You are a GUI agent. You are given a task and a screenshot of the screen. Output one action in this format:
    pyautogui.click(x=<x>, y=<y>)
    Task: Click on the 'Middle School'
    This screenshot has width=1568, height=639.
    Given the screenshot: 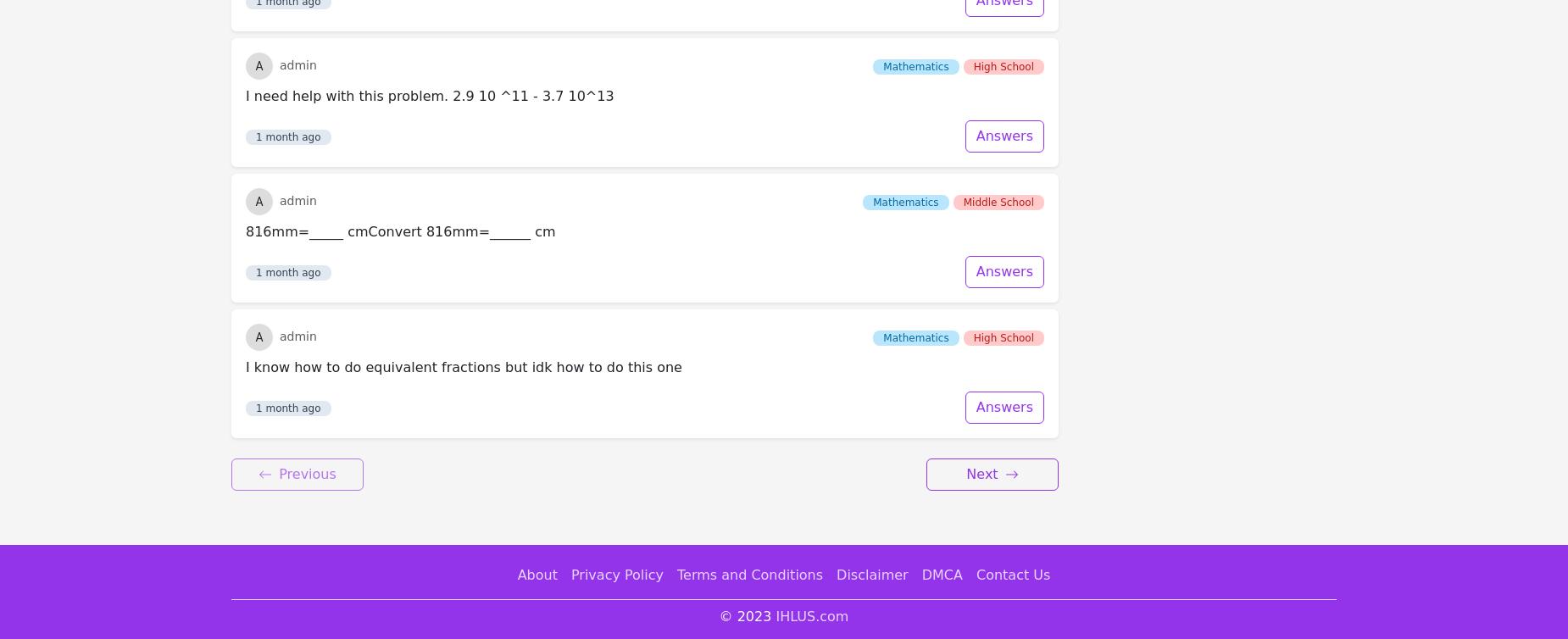 What is the action you would take?
    pyautogui.click(x=998, y=22)
    